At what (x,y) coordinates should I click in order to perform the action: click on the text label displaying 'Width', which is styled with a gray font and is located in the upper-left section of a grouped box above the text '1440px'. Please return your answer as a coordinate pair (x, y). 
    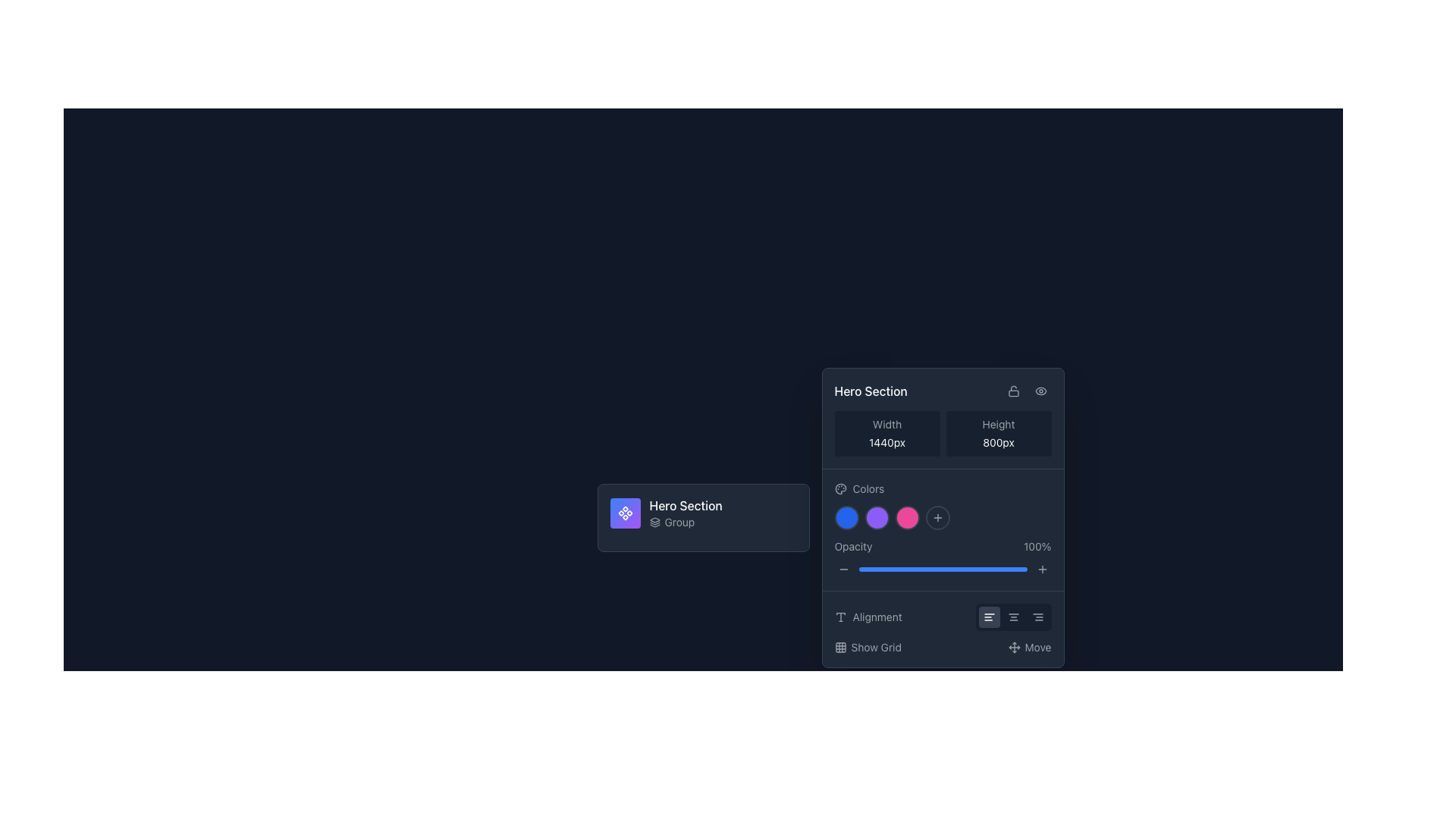
    Looking at the image, I should click on (887, 424).